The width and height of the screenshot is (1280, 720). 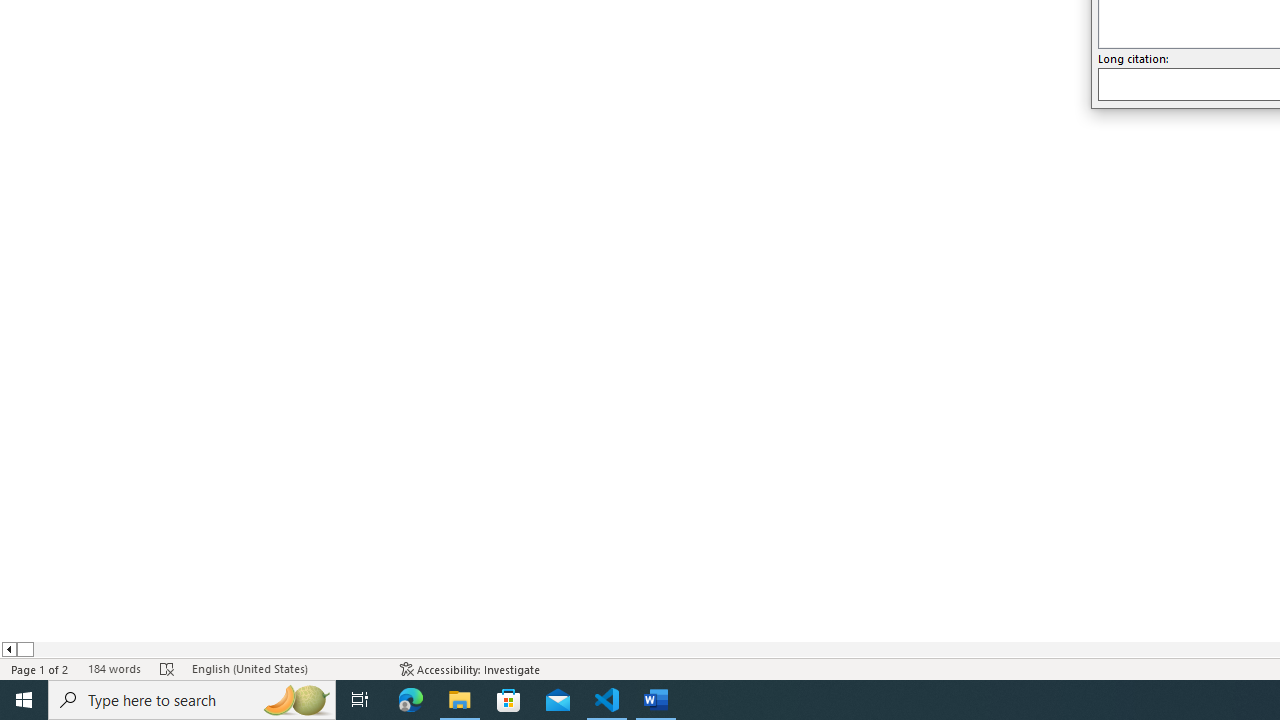 What do you see at coordinates (656, 698) in the screenshot?
I see `'Word - 1 running window'` at bounding box center [656, 698].